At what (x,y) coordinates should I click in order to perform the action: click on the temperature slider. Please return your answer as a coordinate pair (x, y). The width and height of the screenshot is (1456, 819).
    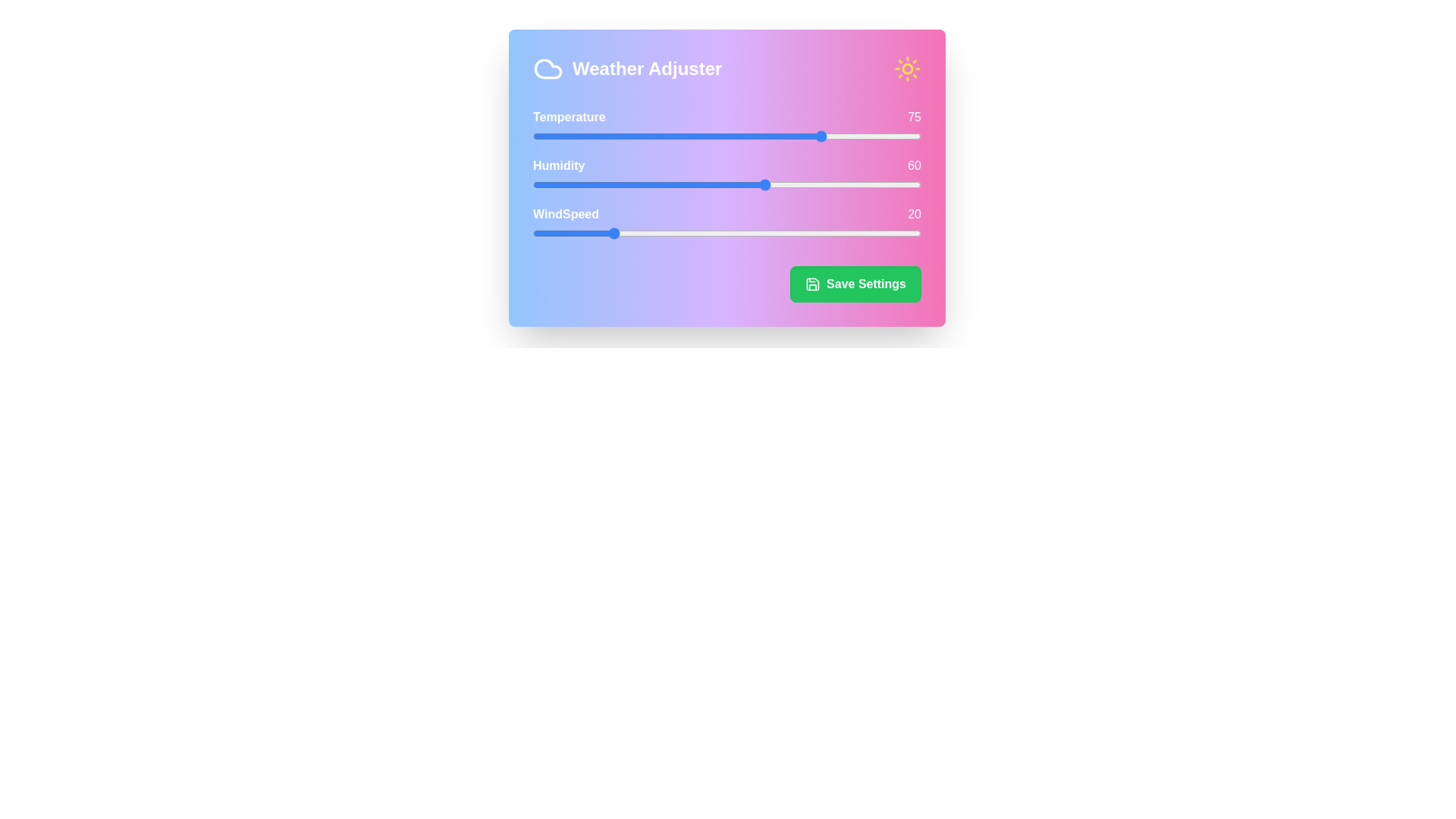
    Looking at the image, I should click on (537, 136).